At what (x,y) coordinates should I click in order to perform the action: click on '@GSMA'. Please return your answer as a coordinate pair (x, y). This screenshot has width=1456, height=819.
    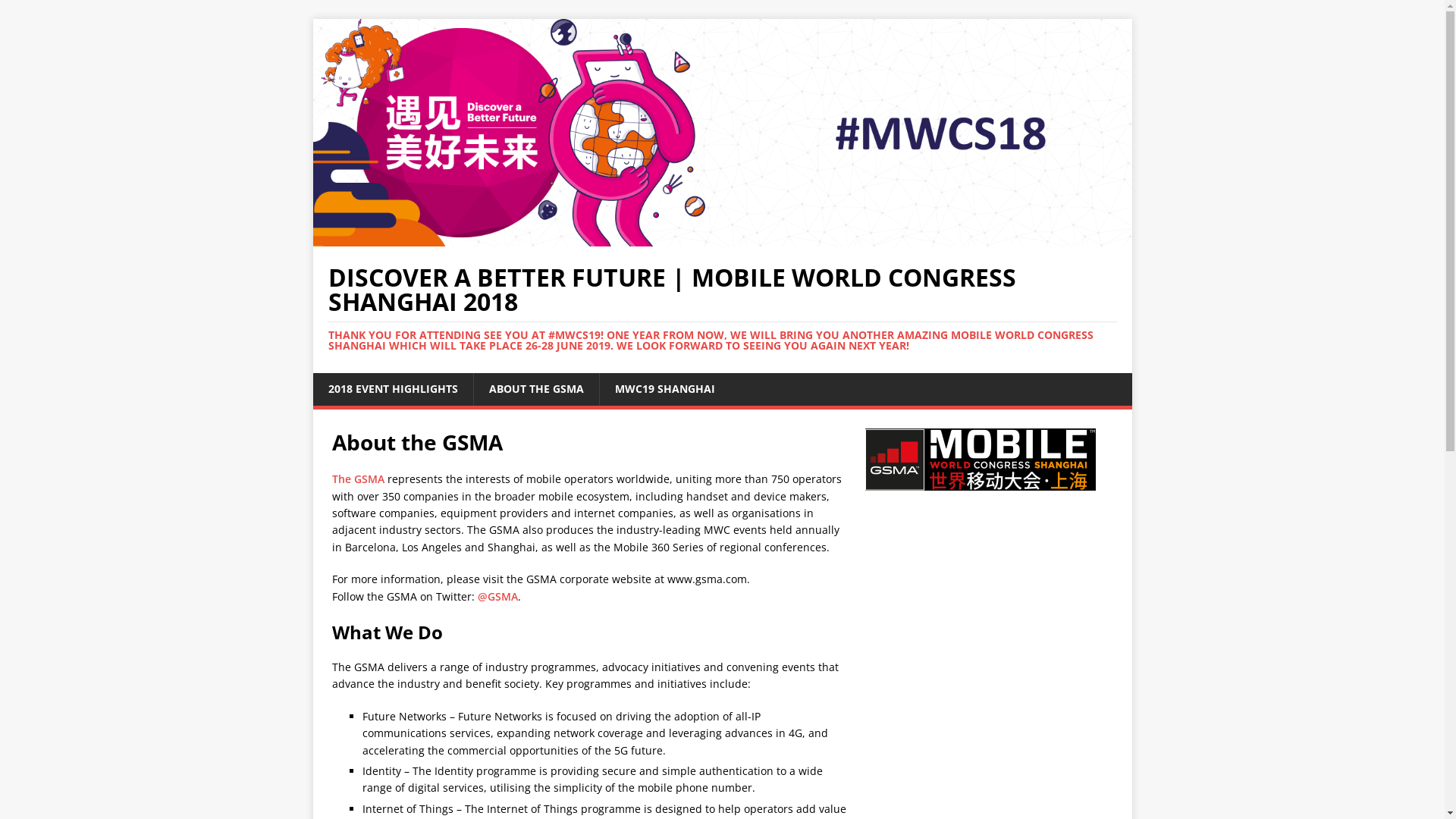
    Looking at the image, I should click on (497, 595).